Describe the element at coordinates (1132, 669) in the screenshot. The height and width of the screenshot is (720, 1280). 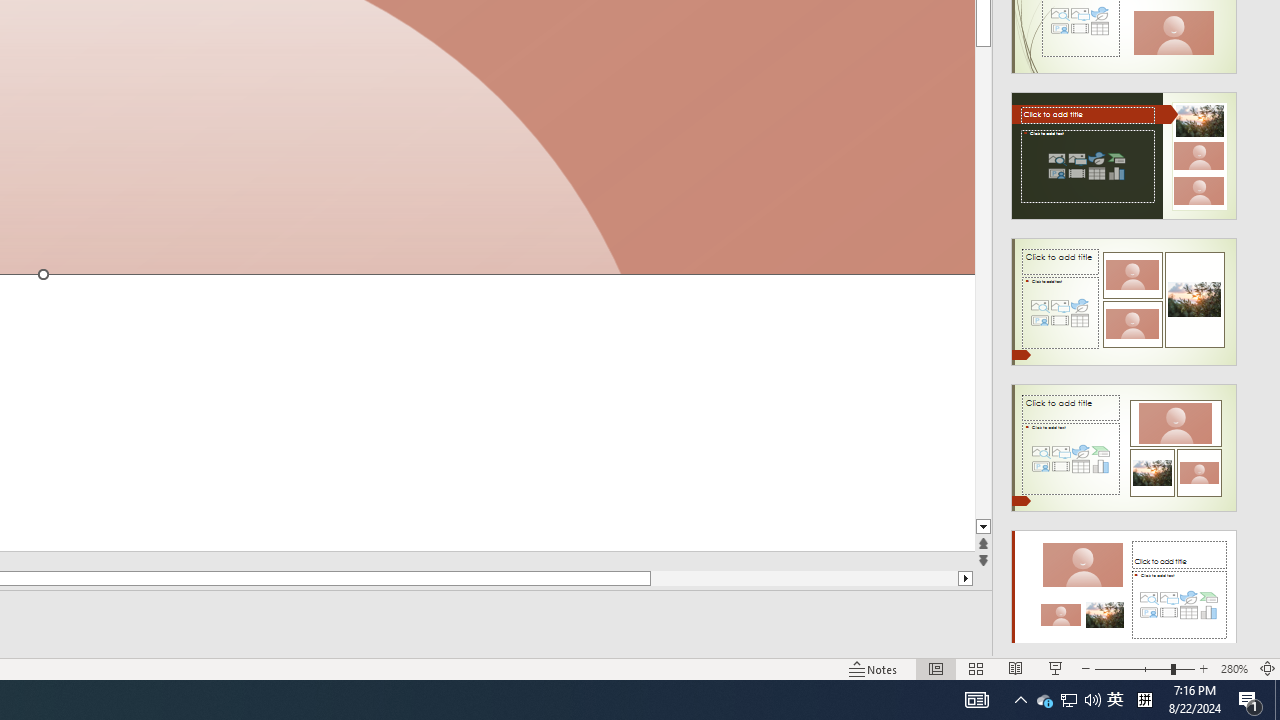
I see `'Zoom Out'` at that location.